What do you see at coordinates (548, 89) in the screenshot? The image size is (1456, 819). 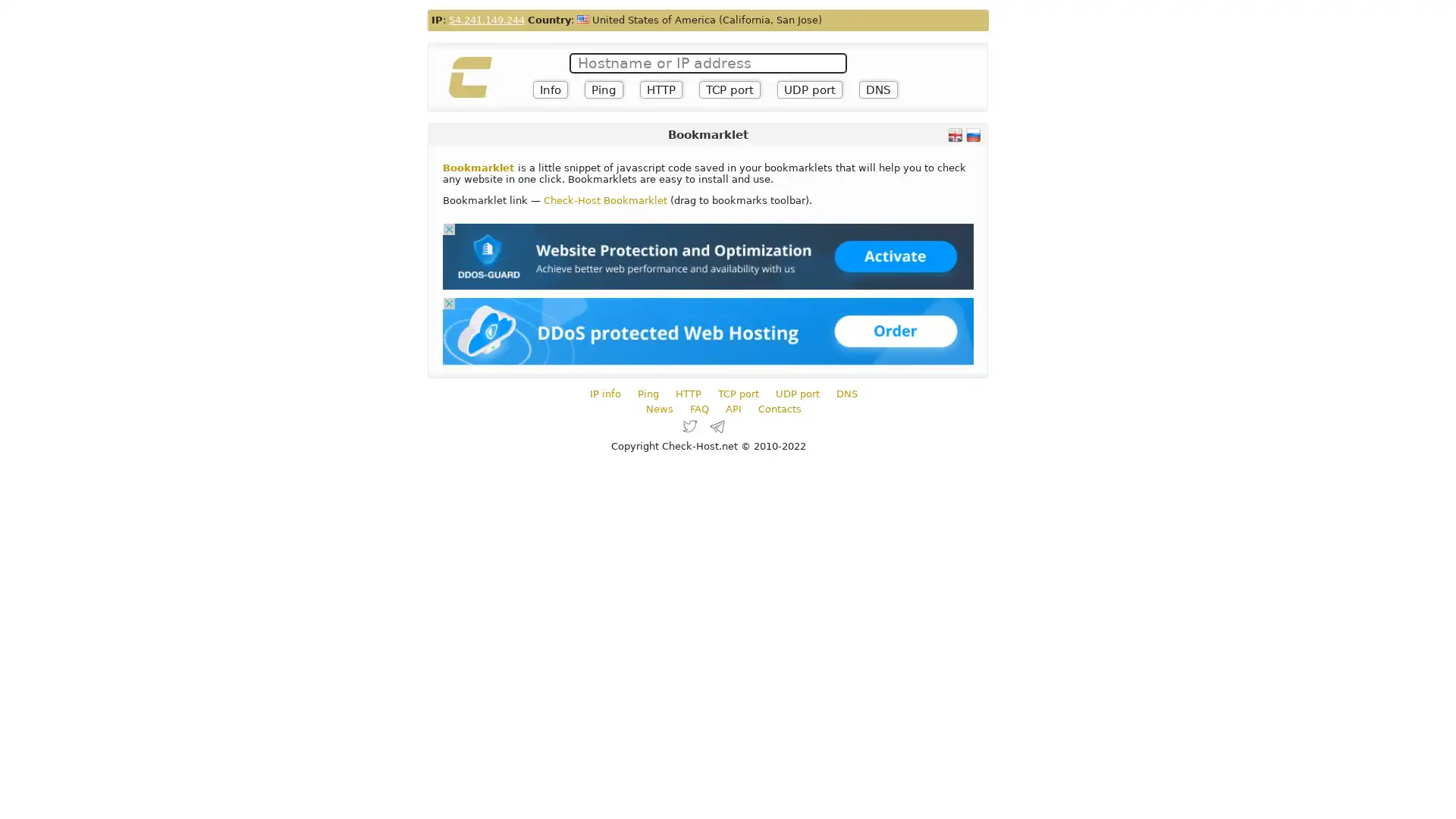 I see `Info` at bounding box center [548, 89].